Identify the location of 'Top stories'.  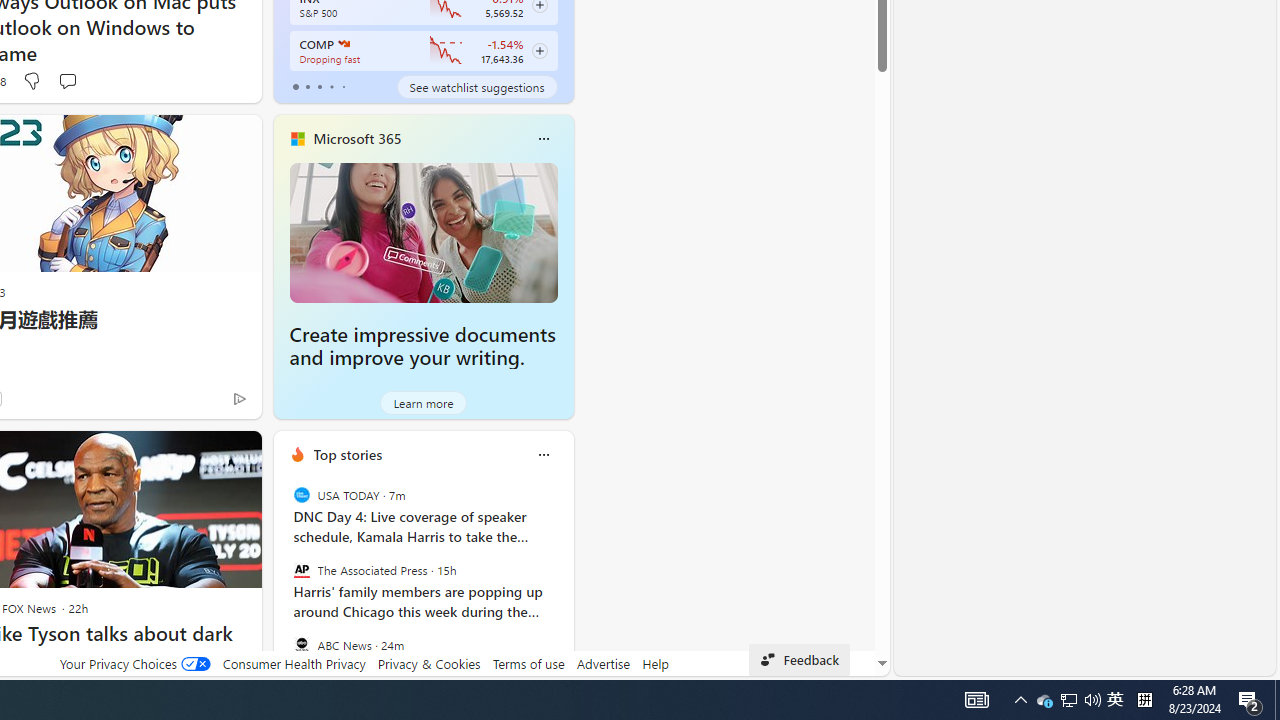
(348, 454).